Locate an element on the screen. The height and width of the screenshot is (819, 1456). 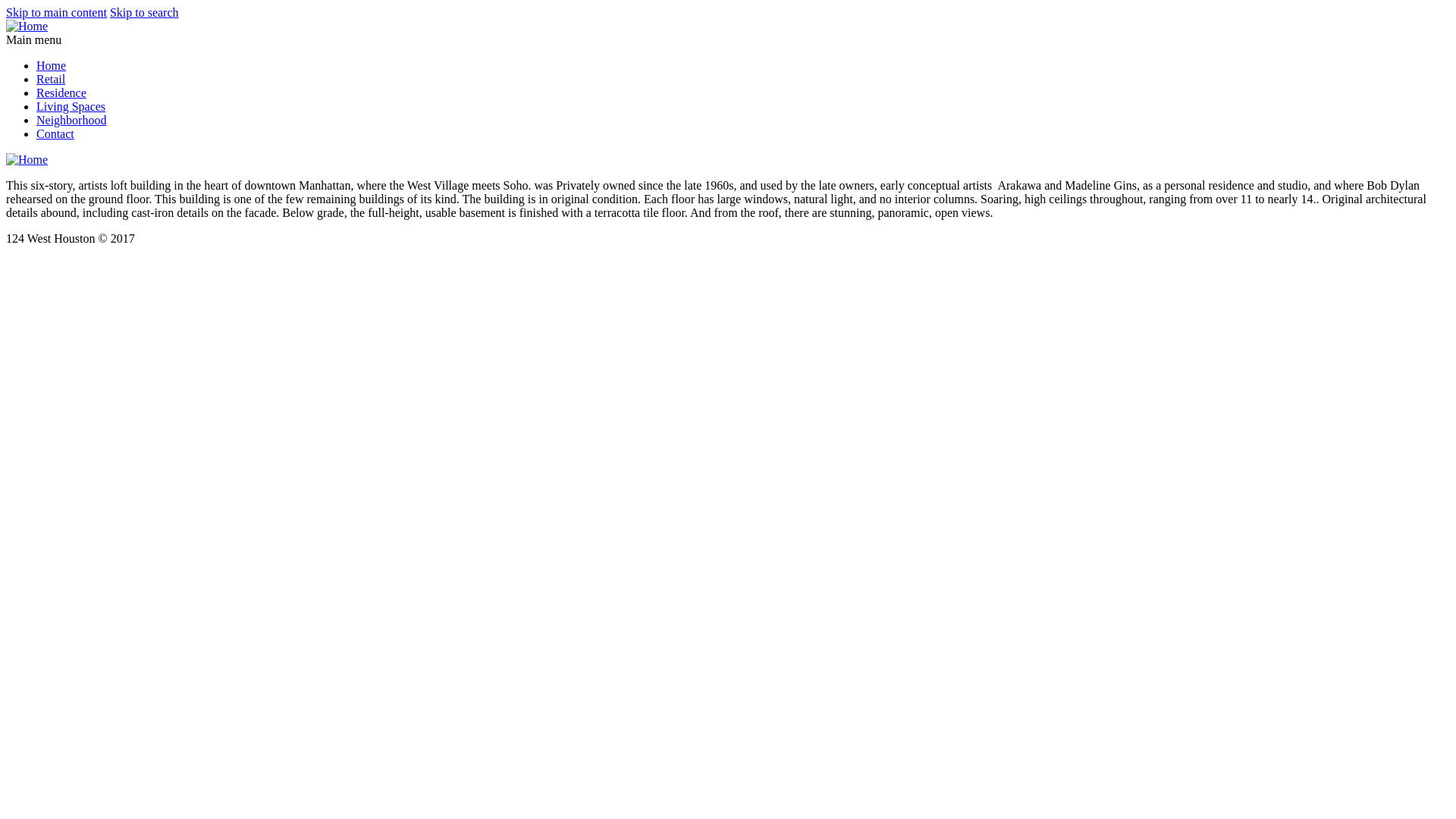
'Contact' is located at coordinates (36, 133).